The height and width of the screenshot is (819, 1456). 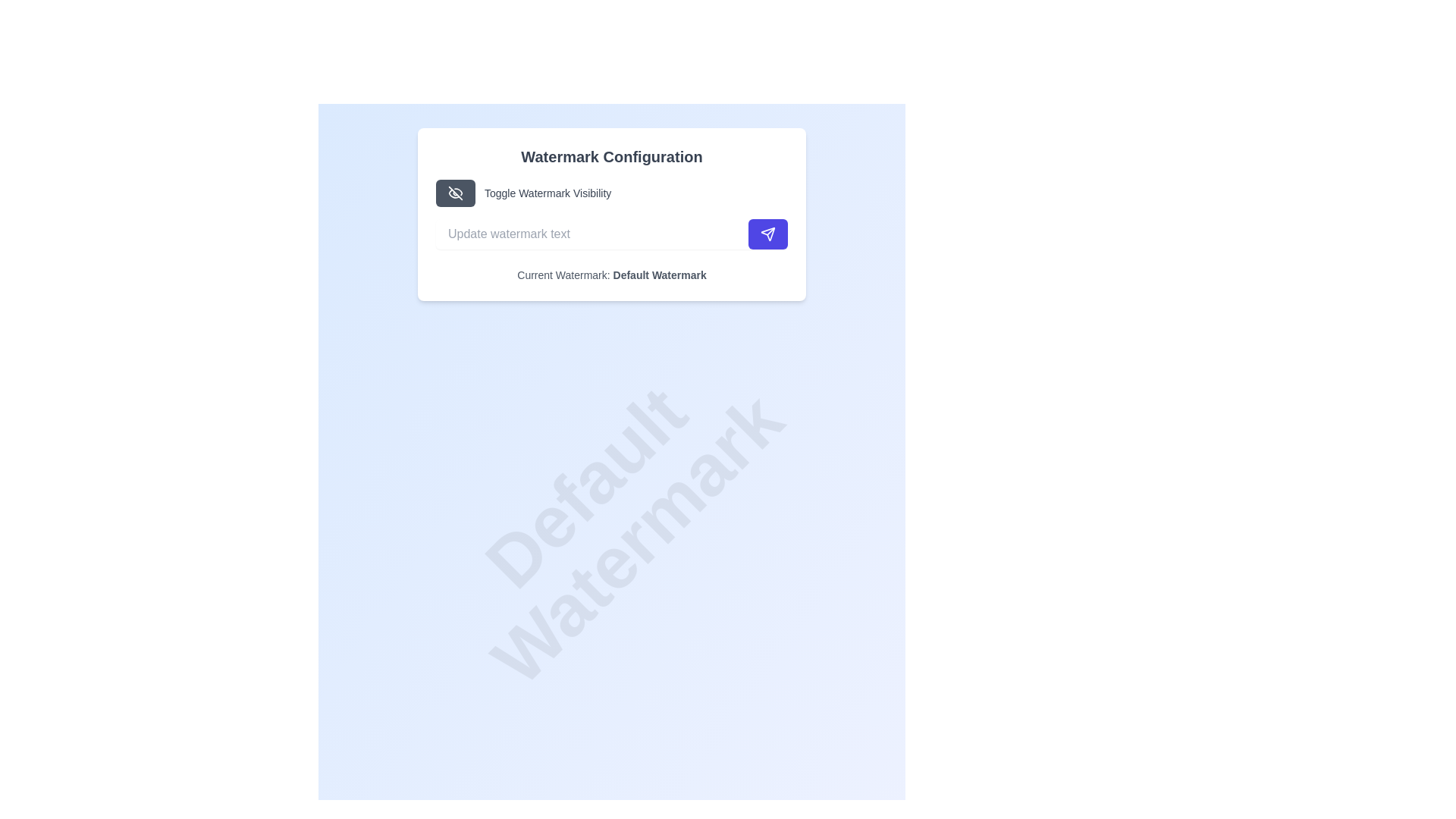 What do you see at coordinates (611, 192) in the screenshot?
I see `the dark gray button in the 'Watermark Configuration' card` at bounding box center [611, 192].